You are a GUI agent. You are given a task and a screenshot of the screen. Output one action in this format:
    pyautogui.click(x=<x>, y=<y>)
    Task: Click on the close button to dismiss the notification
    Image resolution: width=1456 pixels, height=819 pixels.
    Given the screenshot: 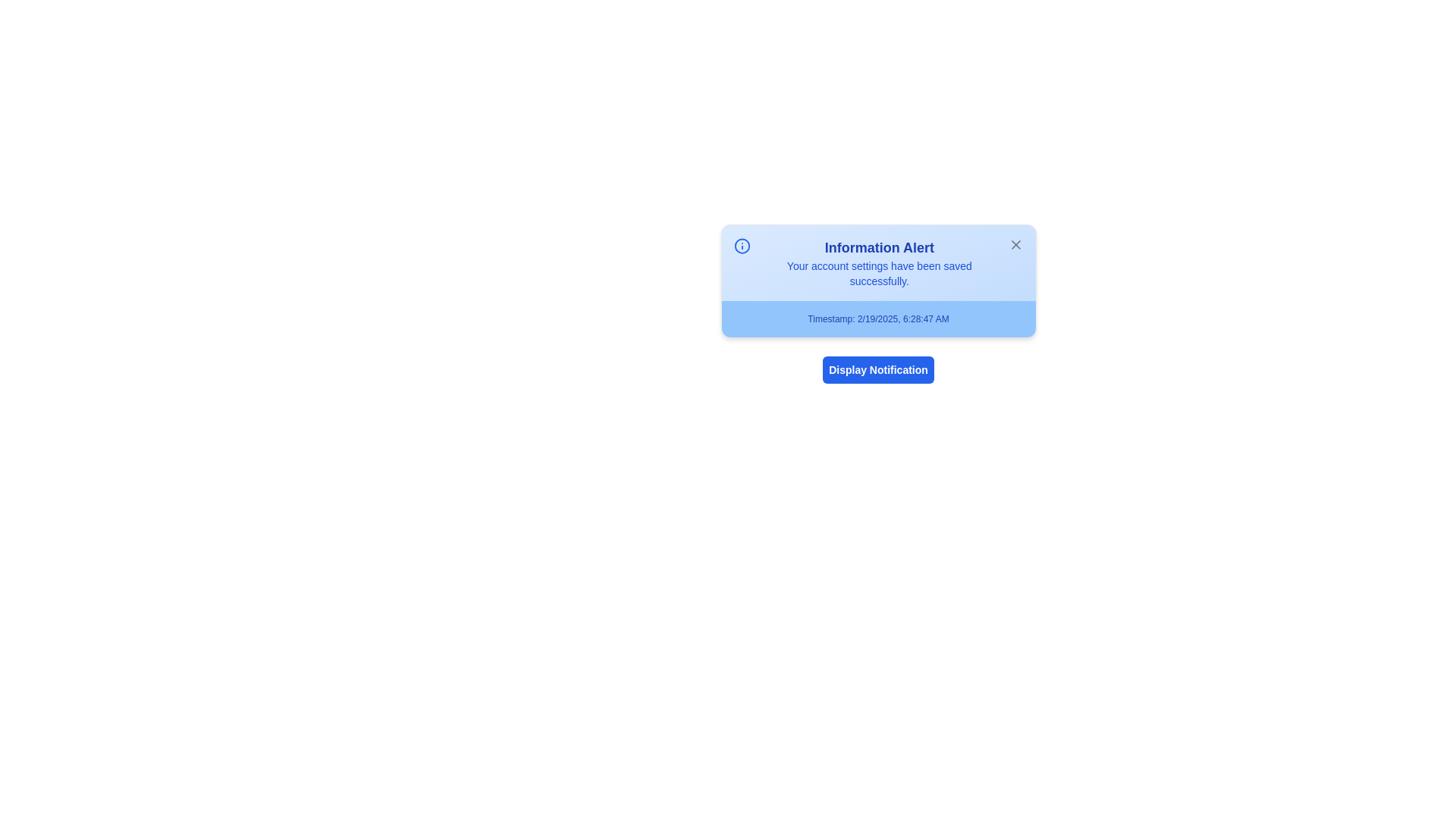 What is the action you would take?
    pyautogui.click(x=1015, y=244)
    